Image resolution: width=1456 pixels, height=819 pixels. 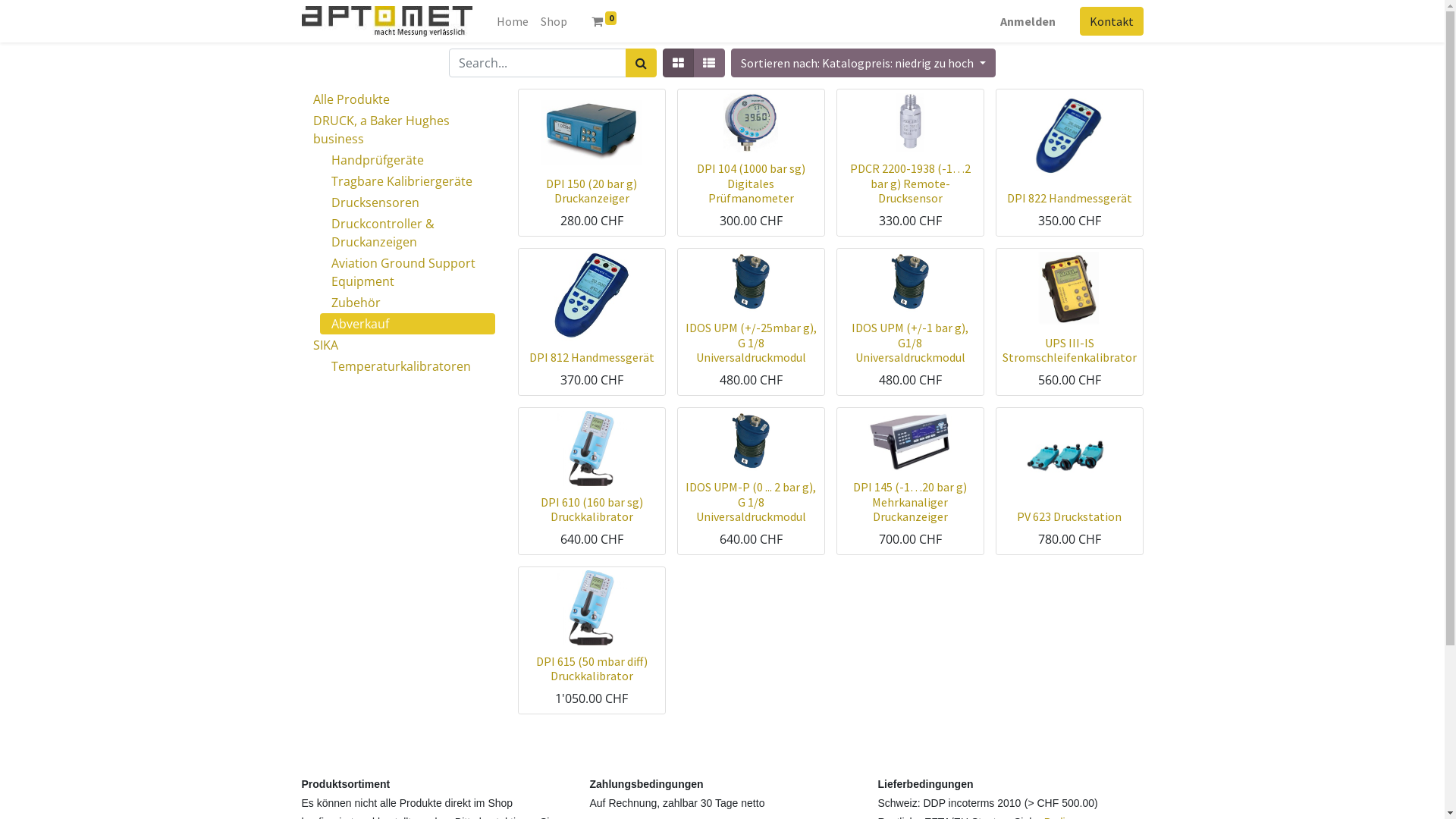 What do you see at coordinates (407, 233) in the screenshot?
I see `'Druckcontroller & Druckanzeigen'` at bounding box center [407, 233].